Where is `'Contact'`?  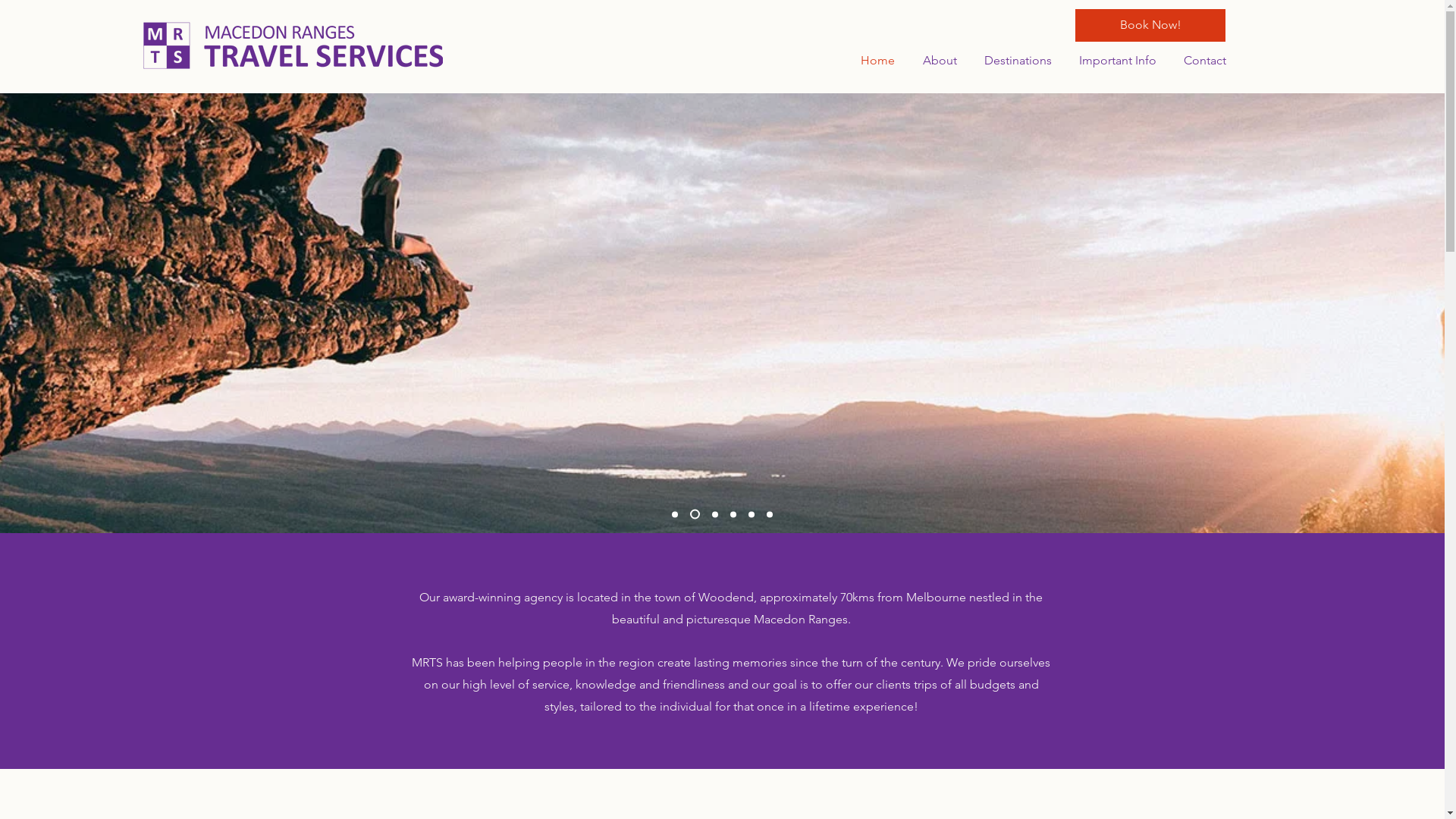
'Contact' is located at coordinates (1201, 60).